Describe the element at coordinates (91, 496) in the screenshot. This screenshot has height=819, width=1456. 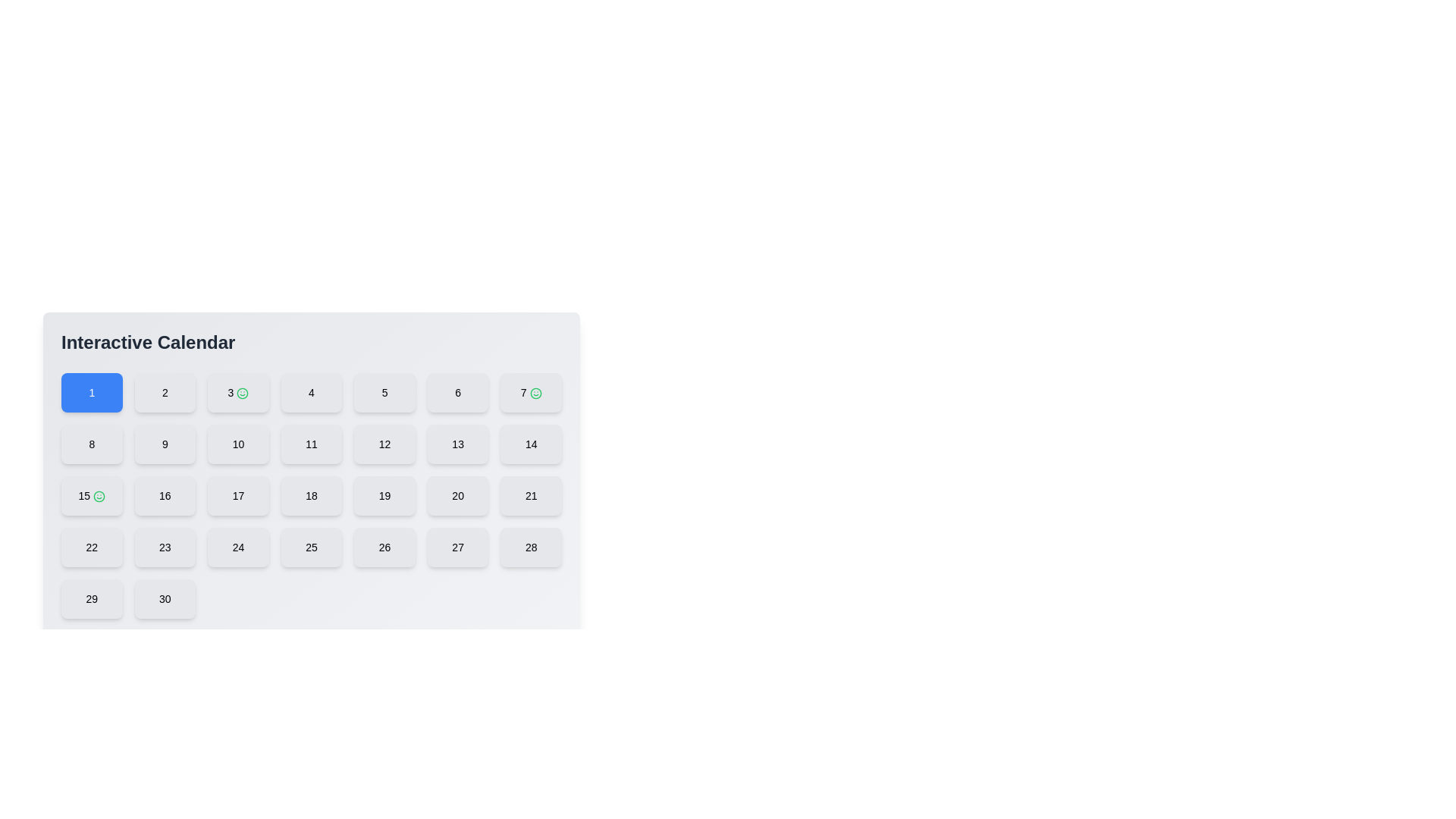
I see `the rectangular light-gray button labeled '15' with a green smiley-face icon in the 'Interactive Calendar' section` at that location.